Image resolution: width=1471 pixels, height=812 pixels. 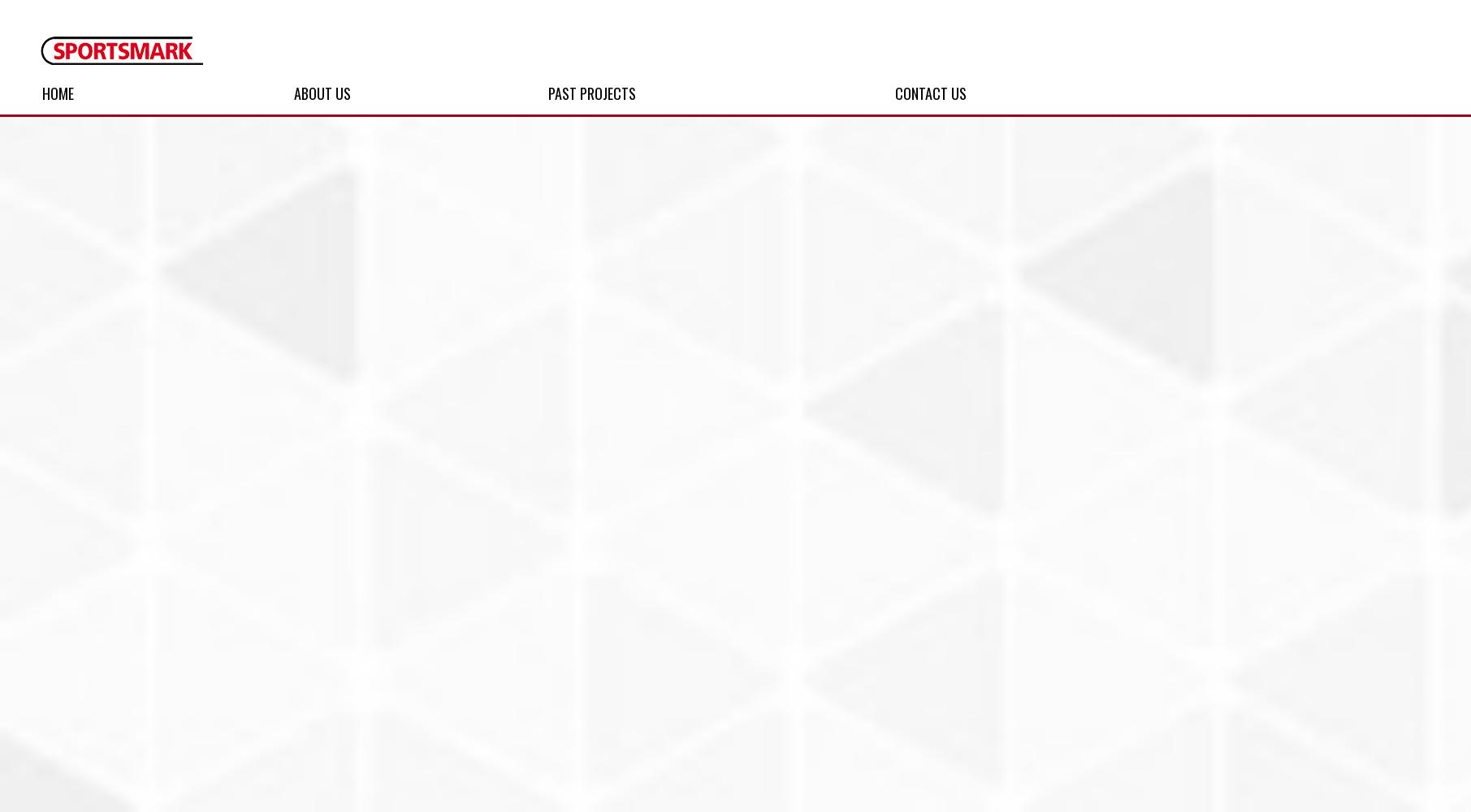 What do you see at coordinates (134, 424) in the screenshot?
I see `'Football'` at bounding box center [134, 424].